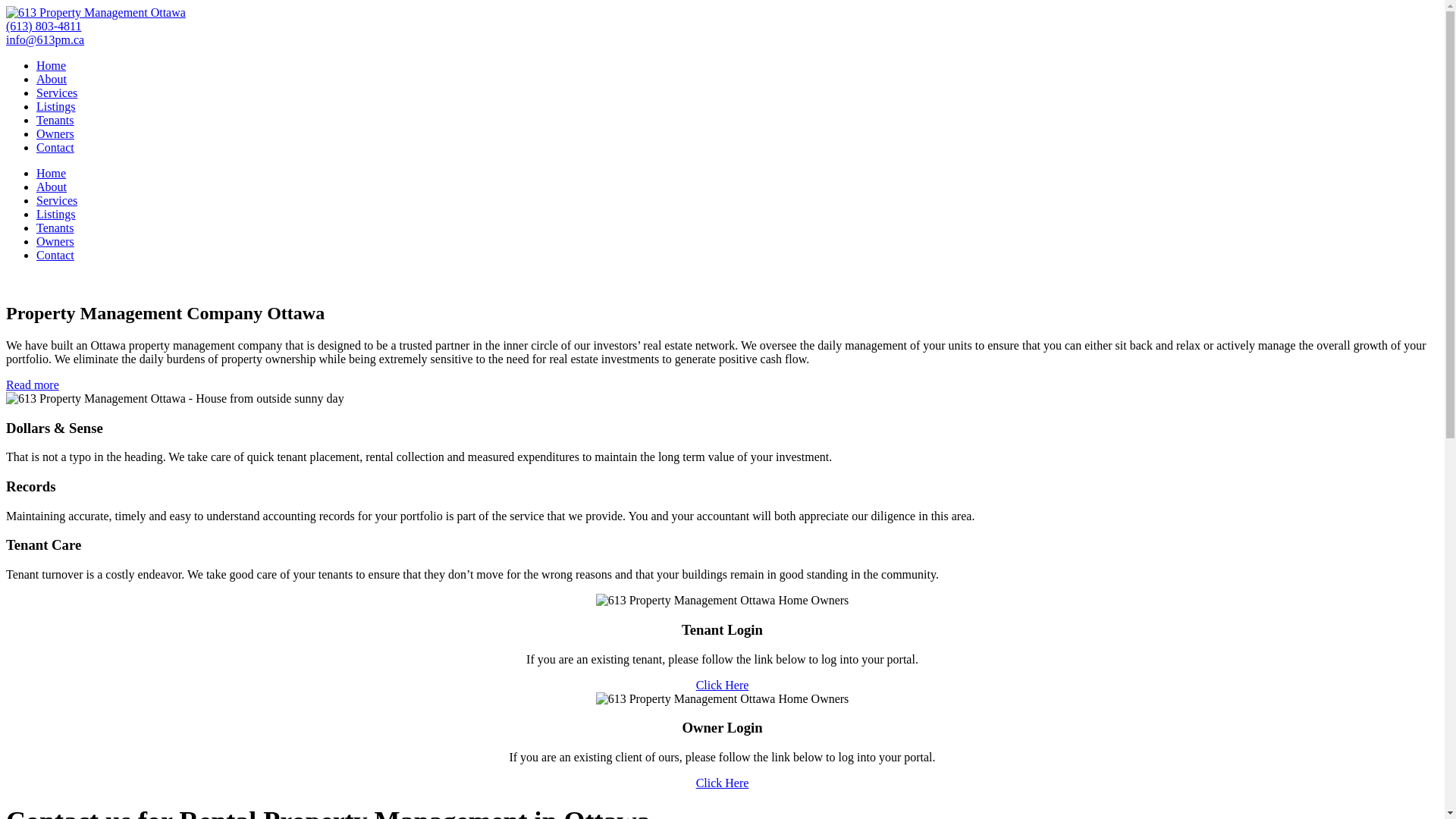 This screenshot has width=1456, height=819. What do you see at coordinates (55, 105) in the screenshot?
I see `'Listings'` at bounding box center [55, 105].